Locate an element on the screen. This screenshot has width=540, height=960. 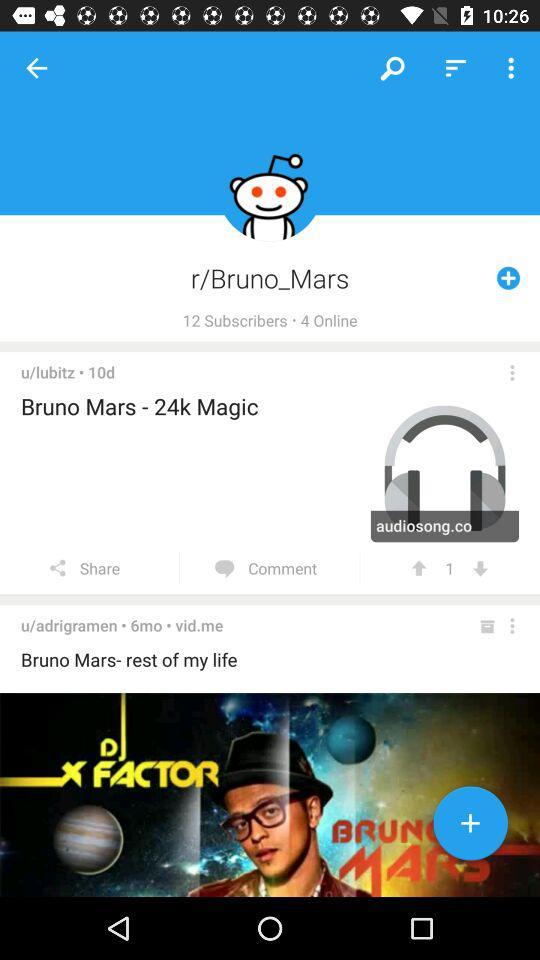
the item above r/bruno_mars is located at coordinates (455, 68).